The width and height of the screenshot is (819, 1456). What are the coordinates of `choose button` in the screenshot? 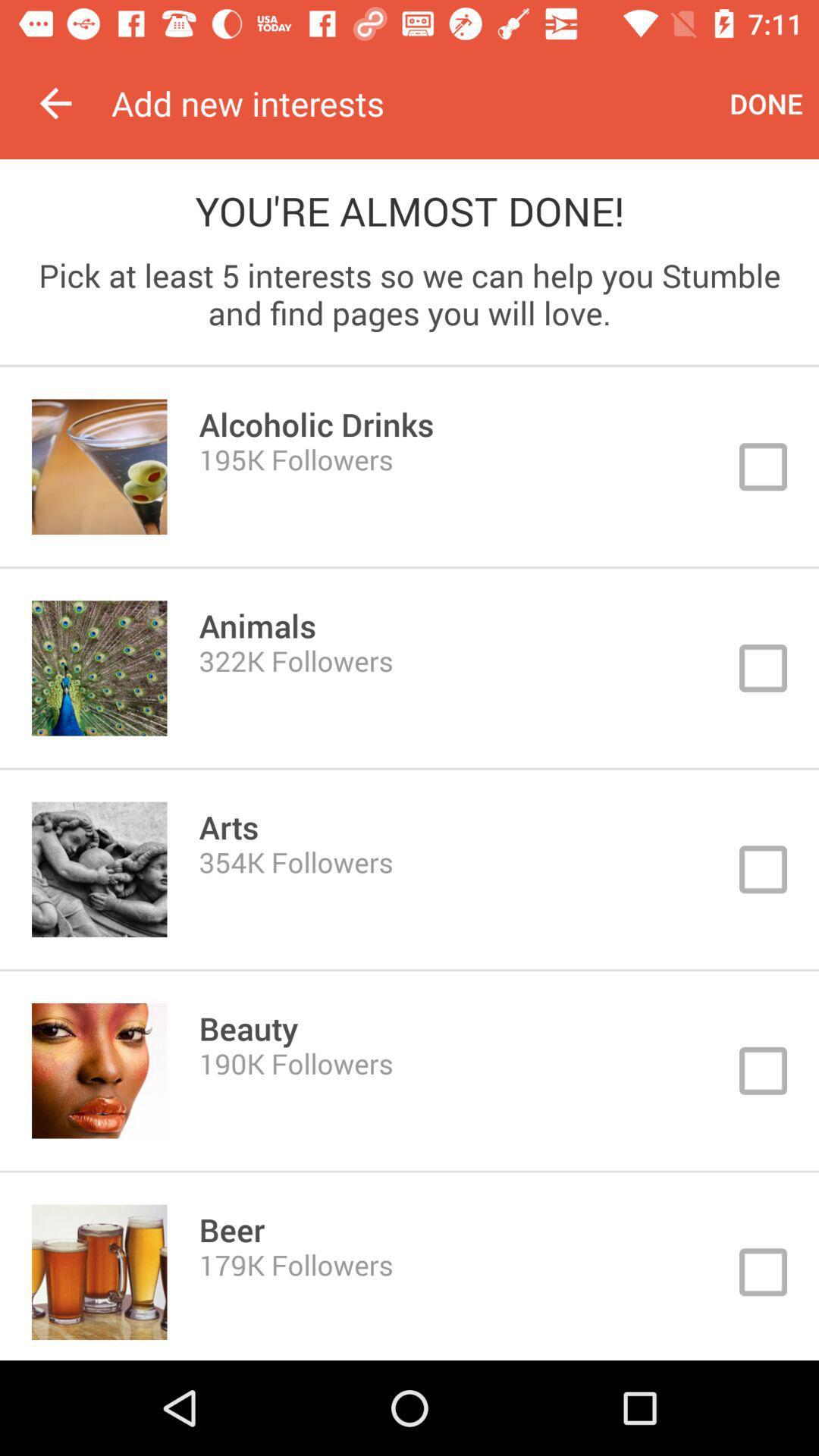 It's located at (409, 466).